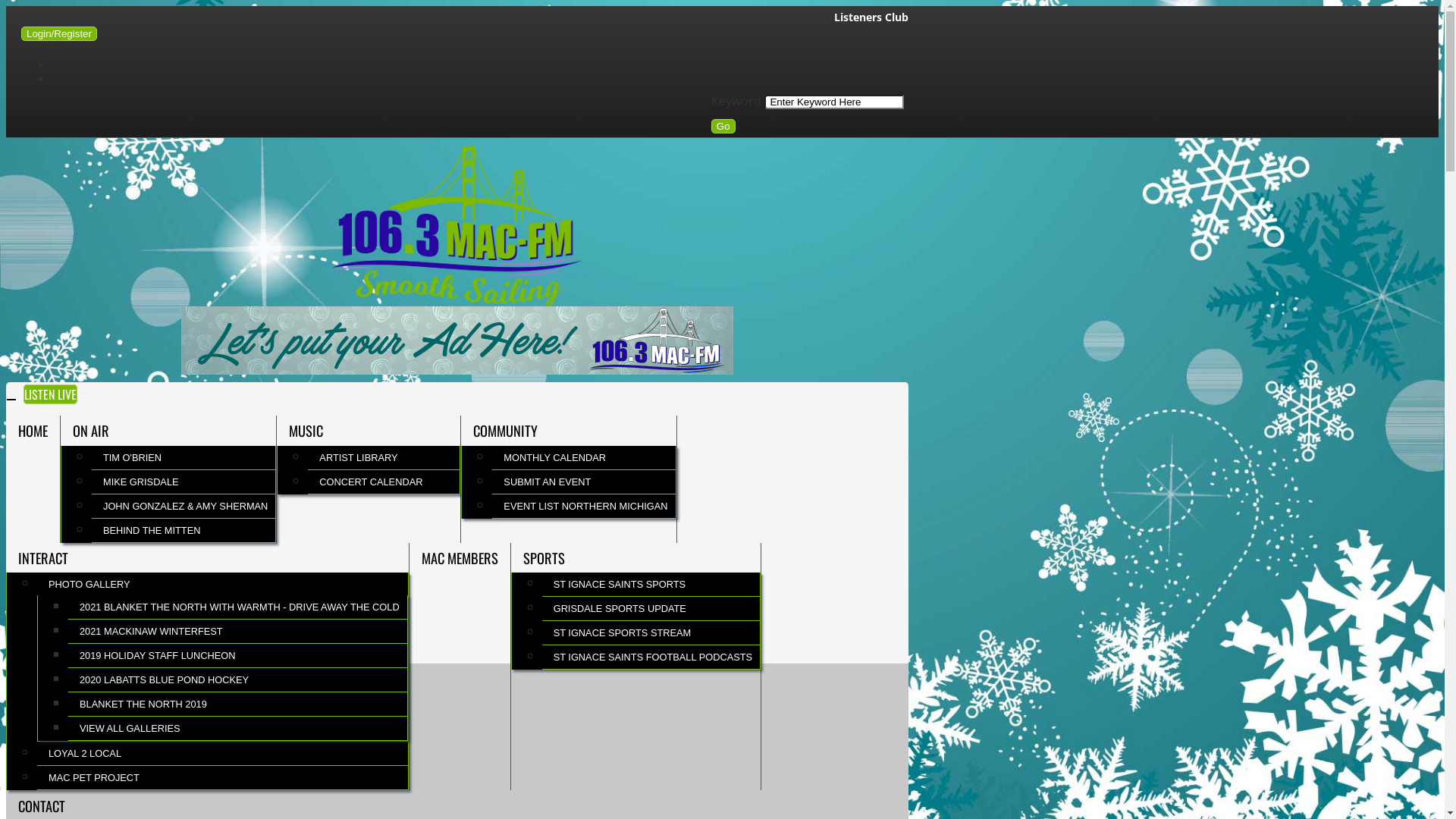 The width and height of the screenshot is (1456, 819). Describe the element at coordinates (833, 102) in the screenshot. I see `'Enter Keyword Here'` at that location.